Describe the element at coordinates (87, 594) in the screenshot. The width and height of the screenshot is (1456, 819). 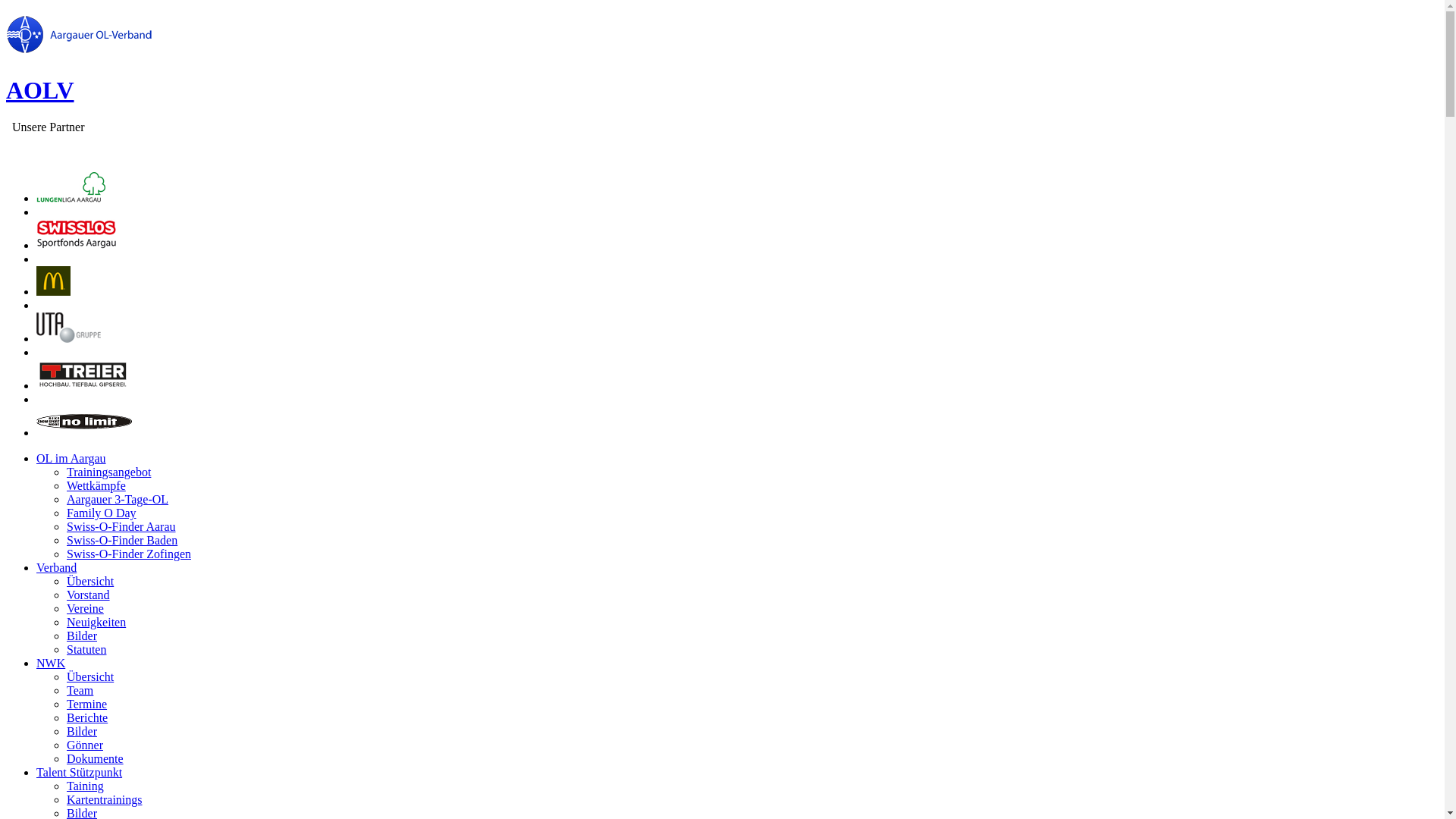
I see `'Vorstand'` at that location.